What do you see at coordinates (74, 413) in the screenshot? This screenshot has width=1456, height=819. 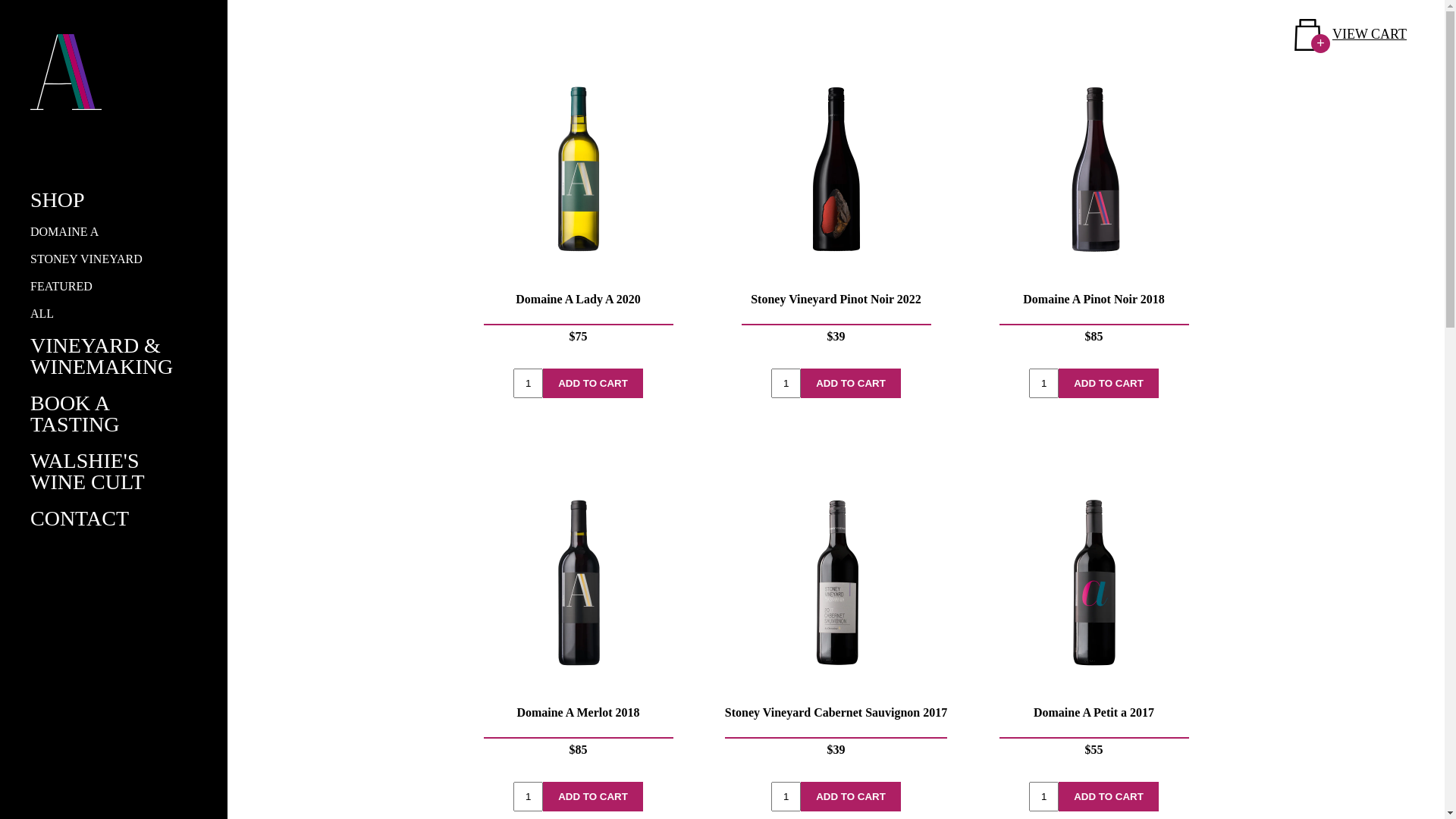 I see `'BOOK A TASTING'` at bounding box center [74, 413].